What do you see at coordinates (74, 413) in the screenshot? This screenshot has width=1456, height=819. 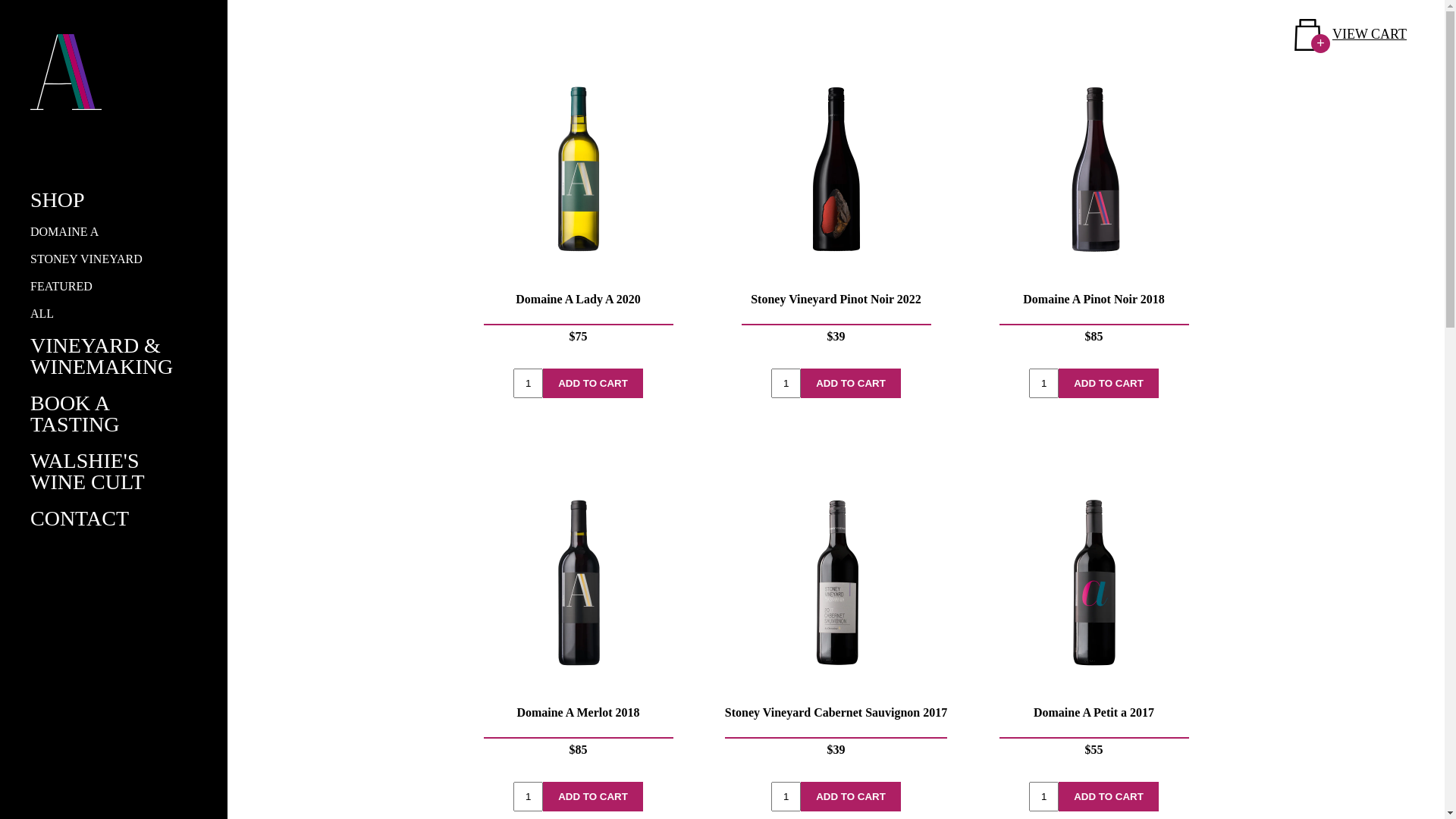 I see `'BOOK A TASTING'` at bounding box center [74, 413].